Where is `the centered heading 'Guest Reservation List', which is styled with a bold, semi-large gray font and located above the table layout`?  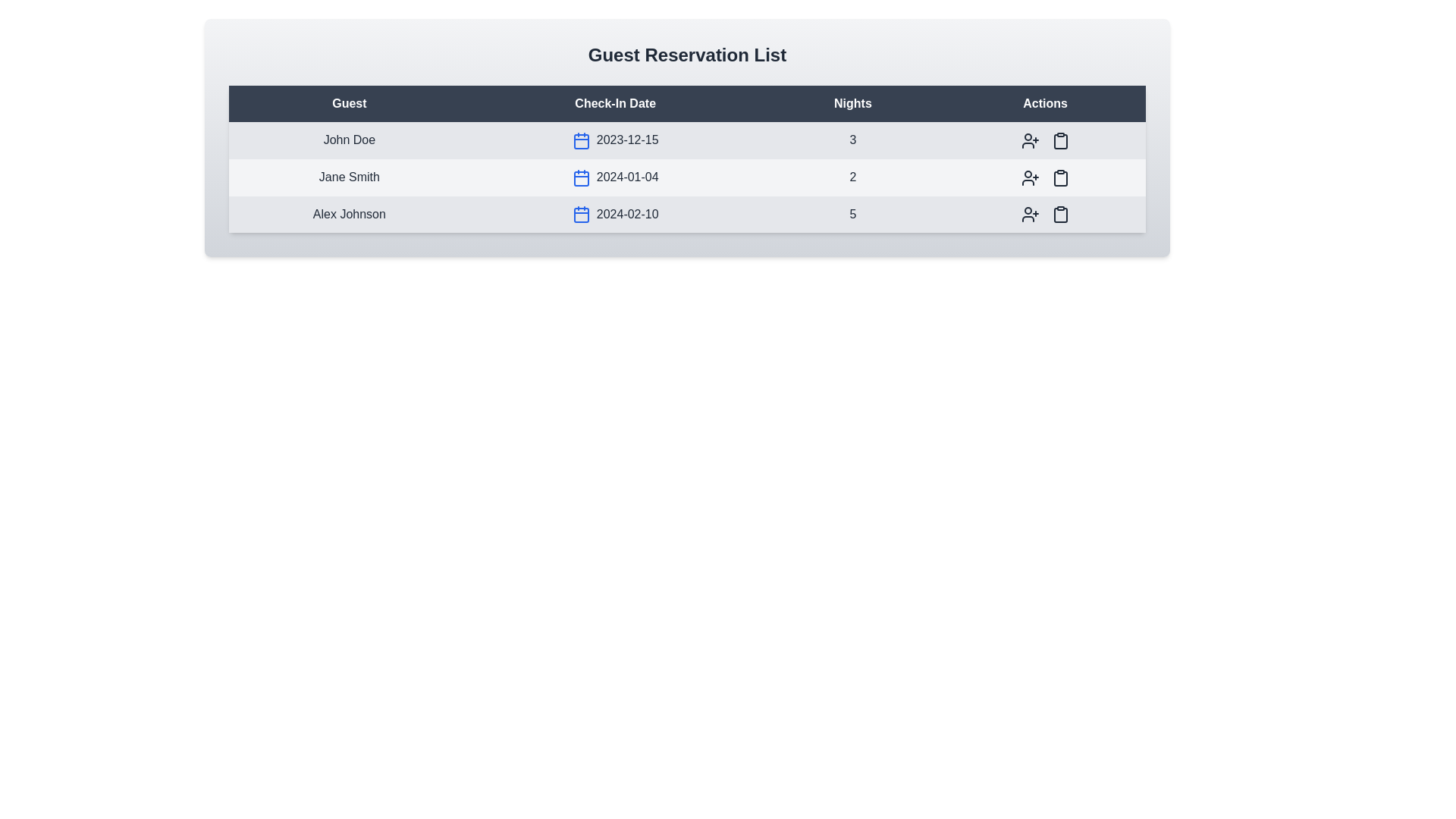 the centered heading 'Guest Reservation List', which is styled with a bold, semi-large gray font and located above the table layout is located at coordinates (686, 55).